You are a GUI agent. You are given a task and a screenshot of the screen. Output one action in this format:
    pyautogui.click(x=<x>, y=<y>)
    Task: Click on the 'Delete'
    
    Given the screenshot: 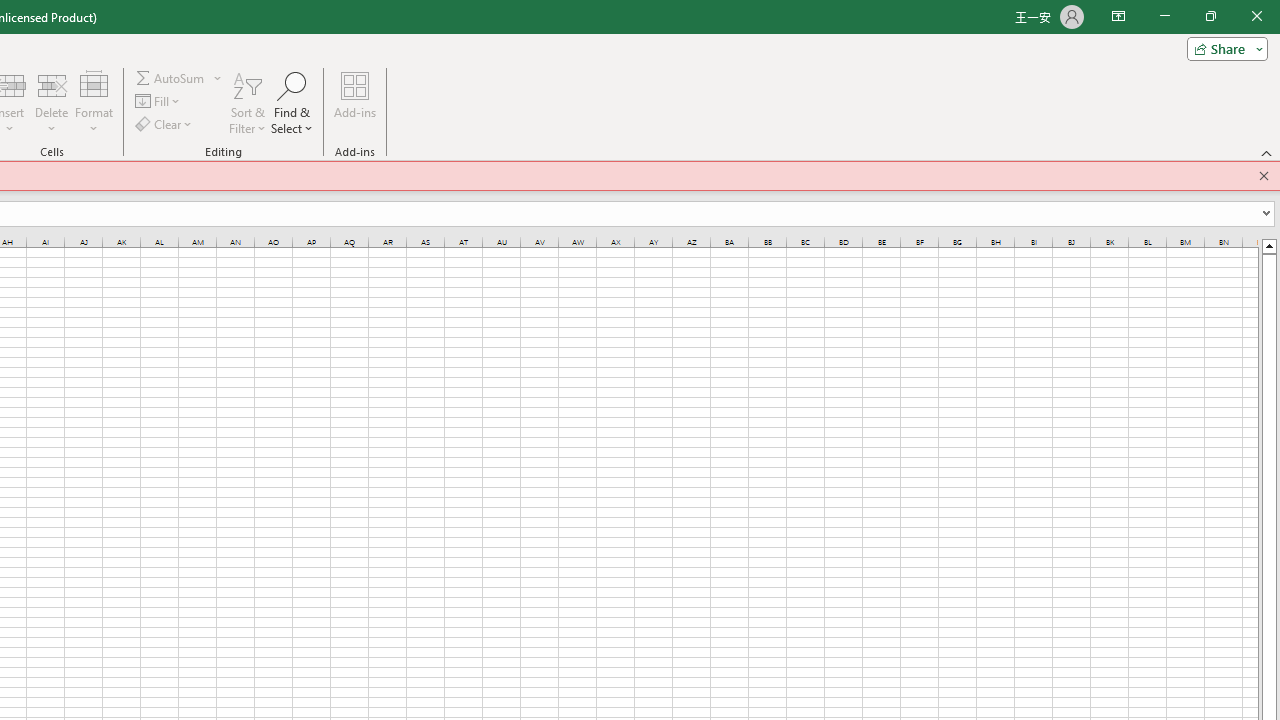 What is the action you would take?
    pyautogui.click(x=51, y=103)
    